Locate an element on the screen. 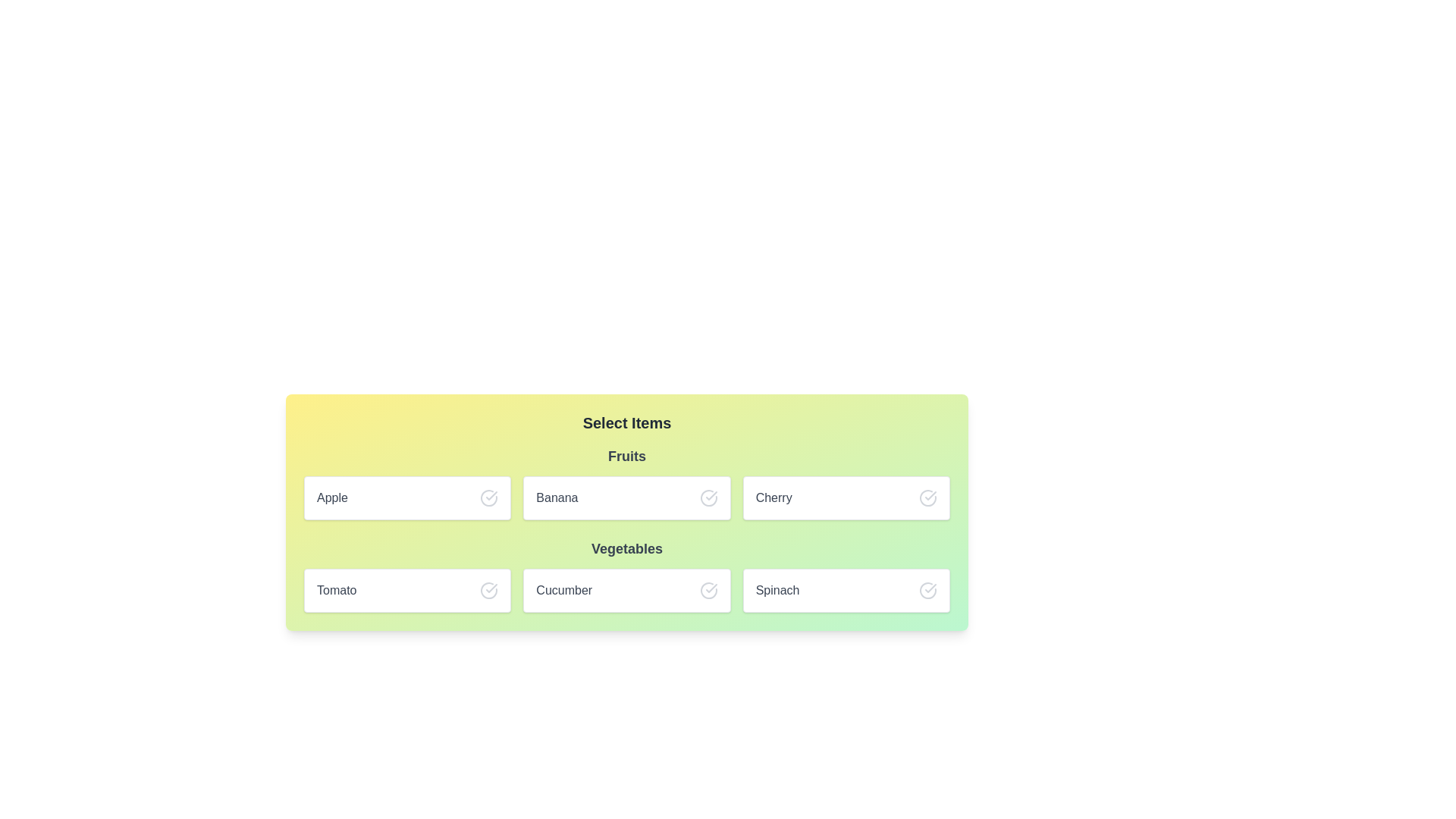 The width and height of the screenshot is (1456, 819). text element displaying 'Apple', styled in gray color and medium font weight, located in the upper-left card of the grid layout in the 'Fruits' section is located at coordinates (331, 497).